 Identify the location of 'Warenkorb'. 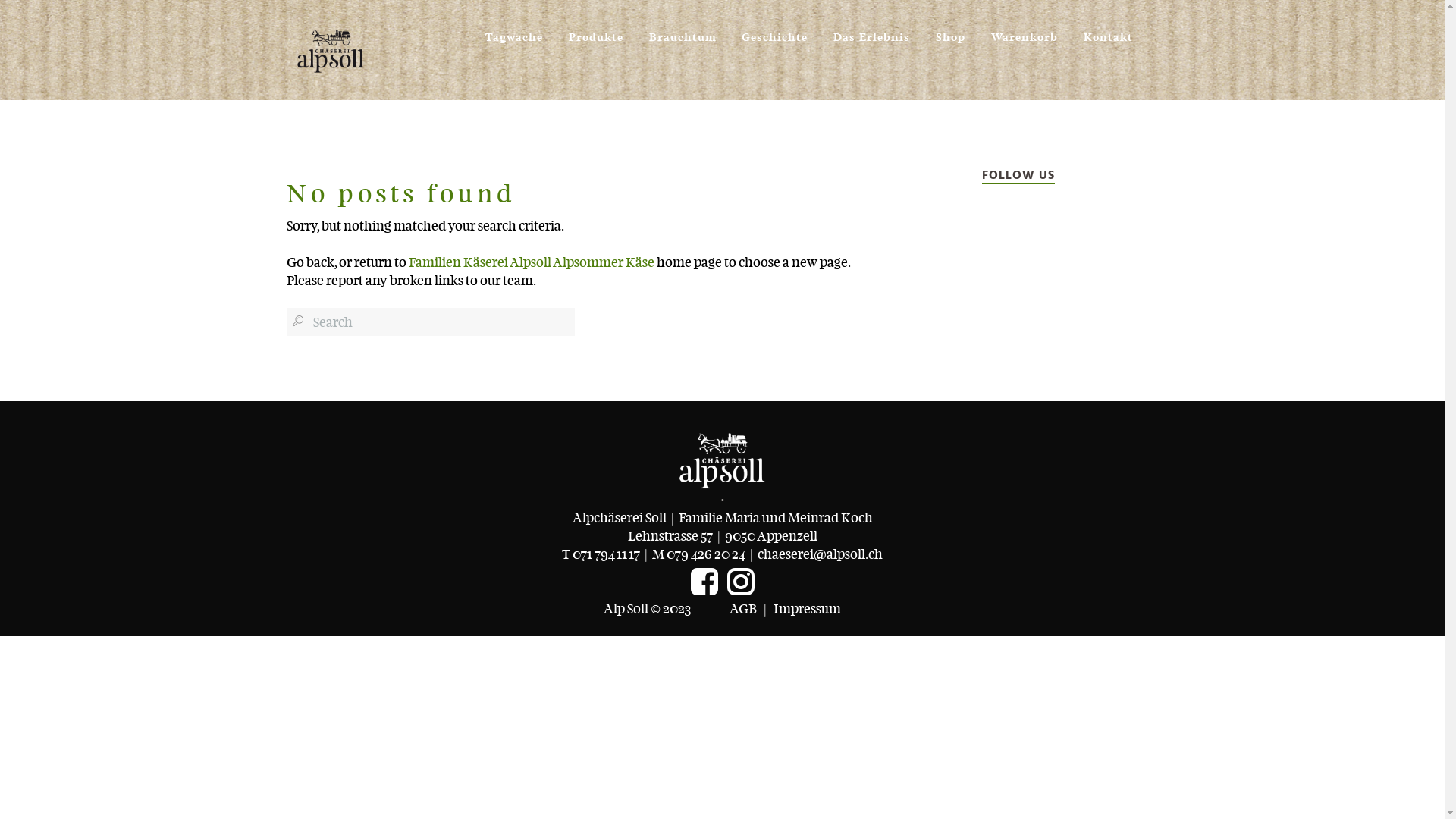
(1024, 30).